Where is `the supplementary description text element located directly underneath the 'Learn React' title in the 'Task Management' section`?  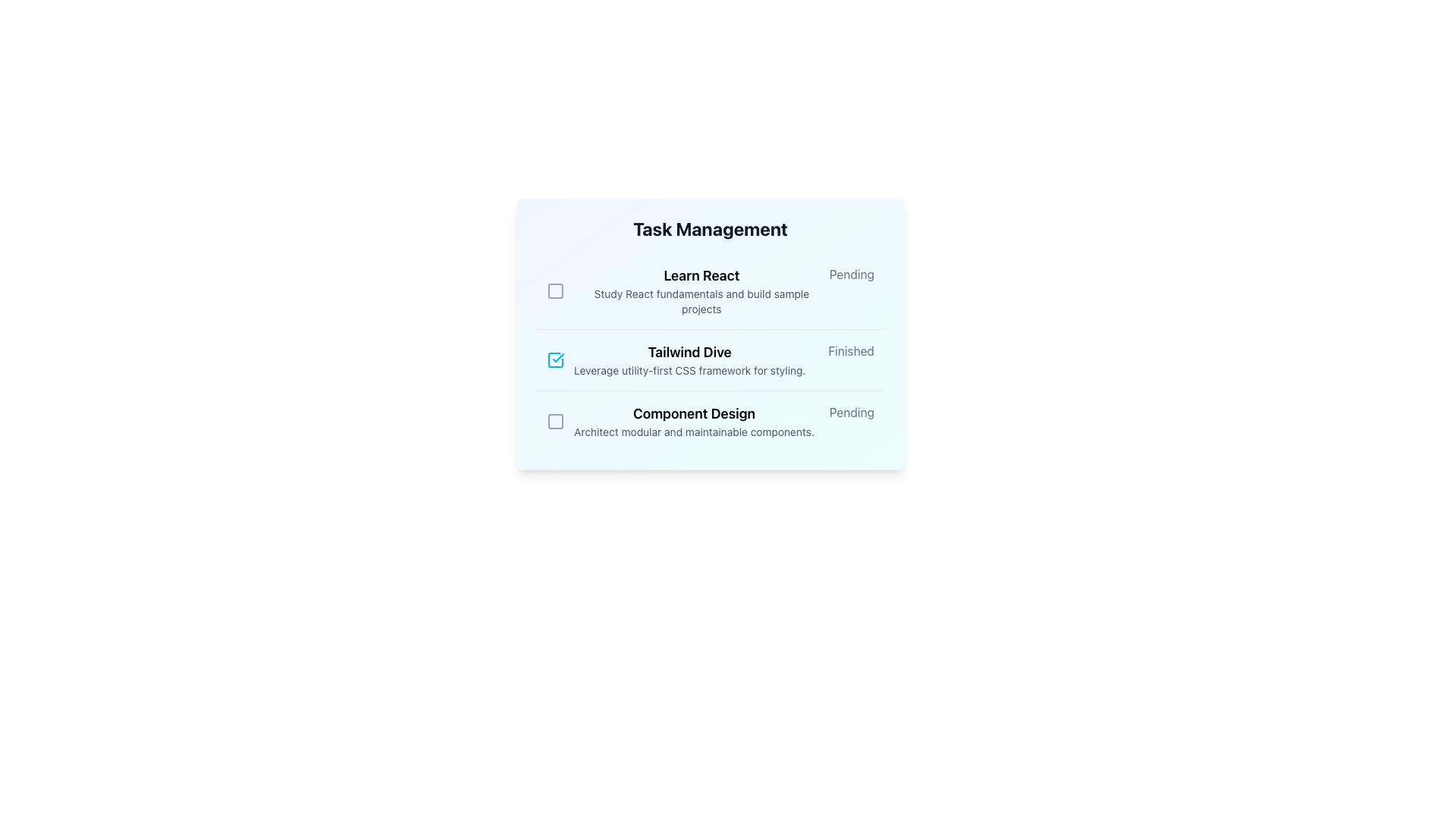
the supplementary description text element located directly underneath the 'Learn React' title in the 'Task Management' section is located at coordinates (701, 301).